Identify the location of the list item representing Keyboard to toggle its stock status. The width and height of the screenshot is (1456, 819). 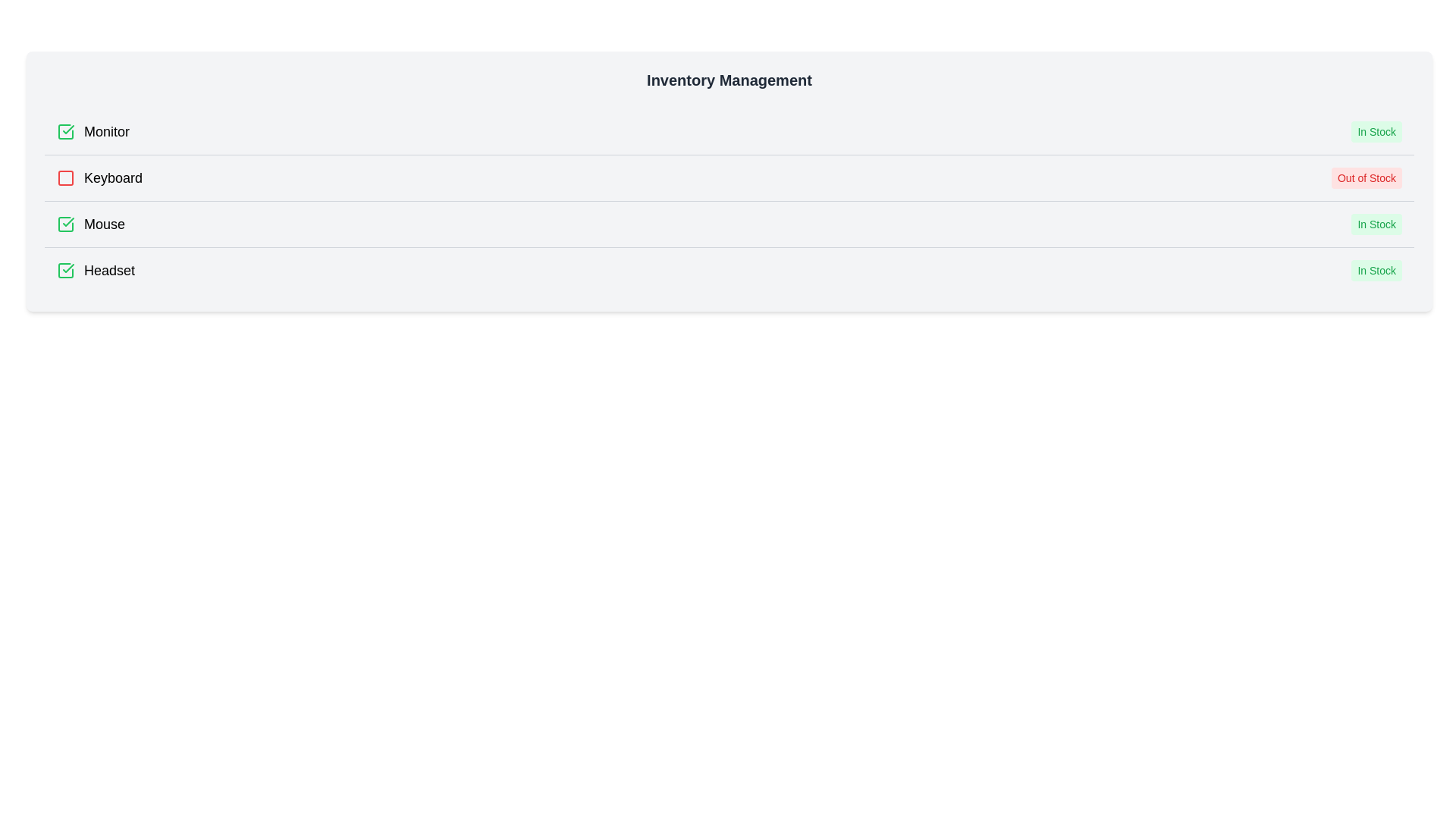
(729, 177).